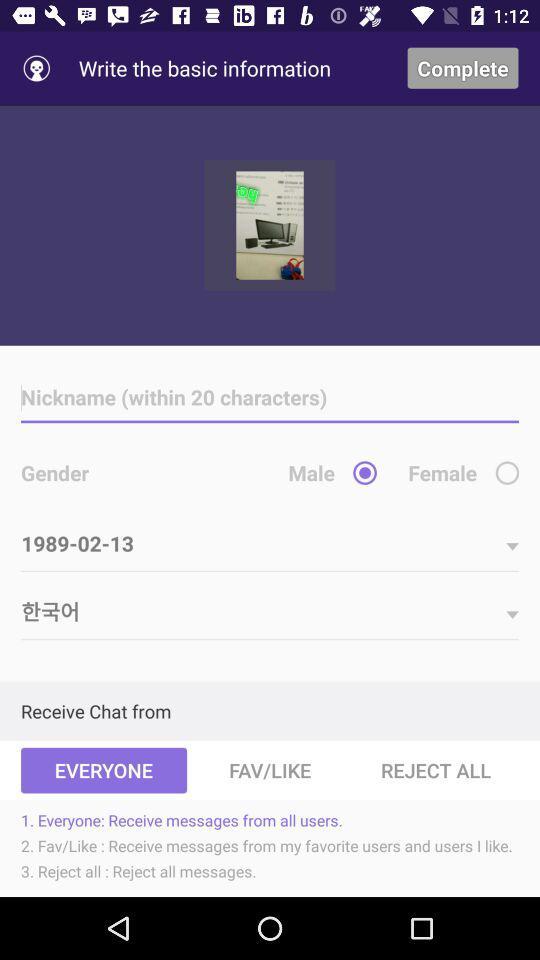 The image size is (540, 960). Describe the element at coordinates (270, 397) in the screenshot. I see `a nickname on form` at that location.